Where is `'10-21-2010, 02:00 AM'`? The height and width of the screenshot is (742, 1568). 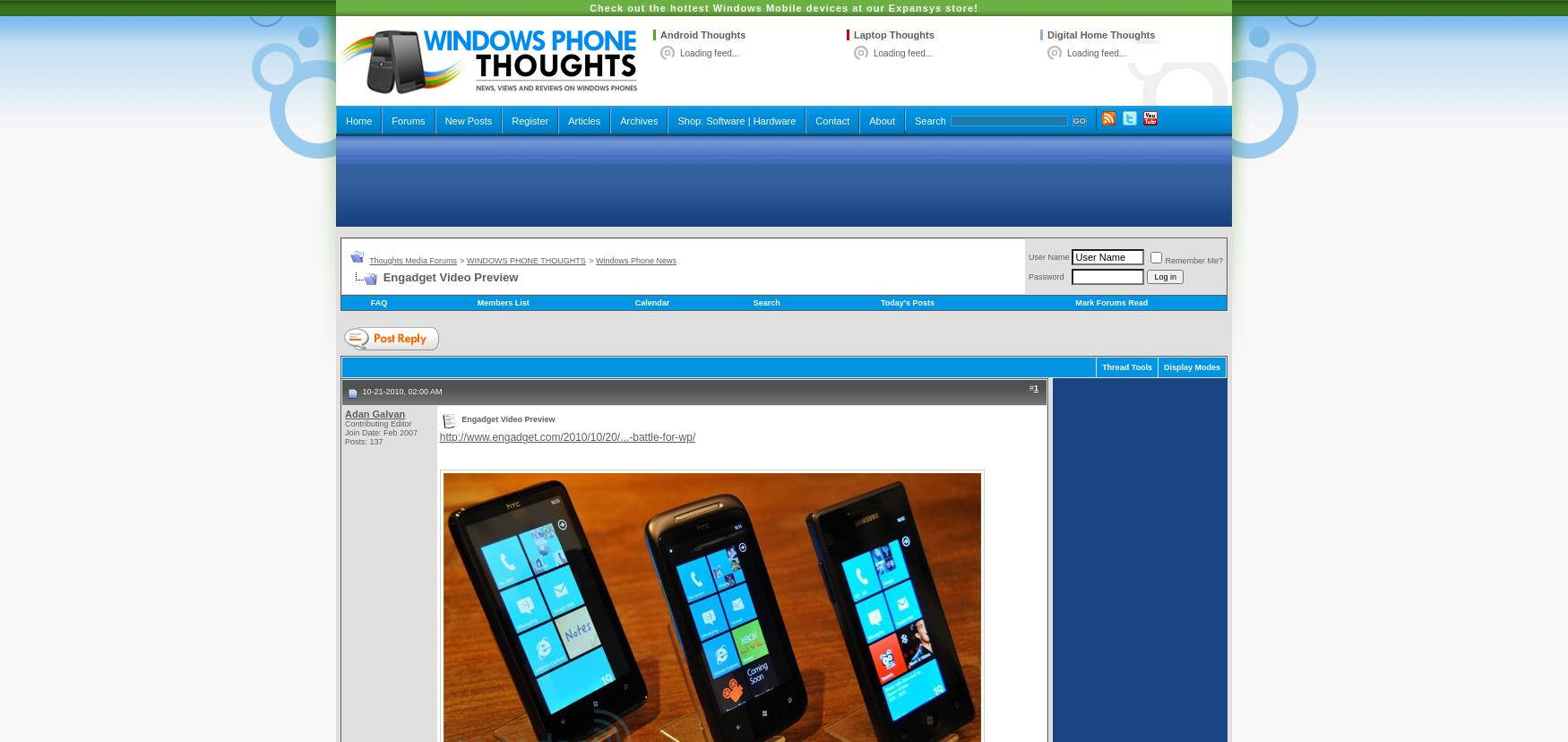 '10-21-2010, 02:00 AM' is located at coordinates (401, 392).